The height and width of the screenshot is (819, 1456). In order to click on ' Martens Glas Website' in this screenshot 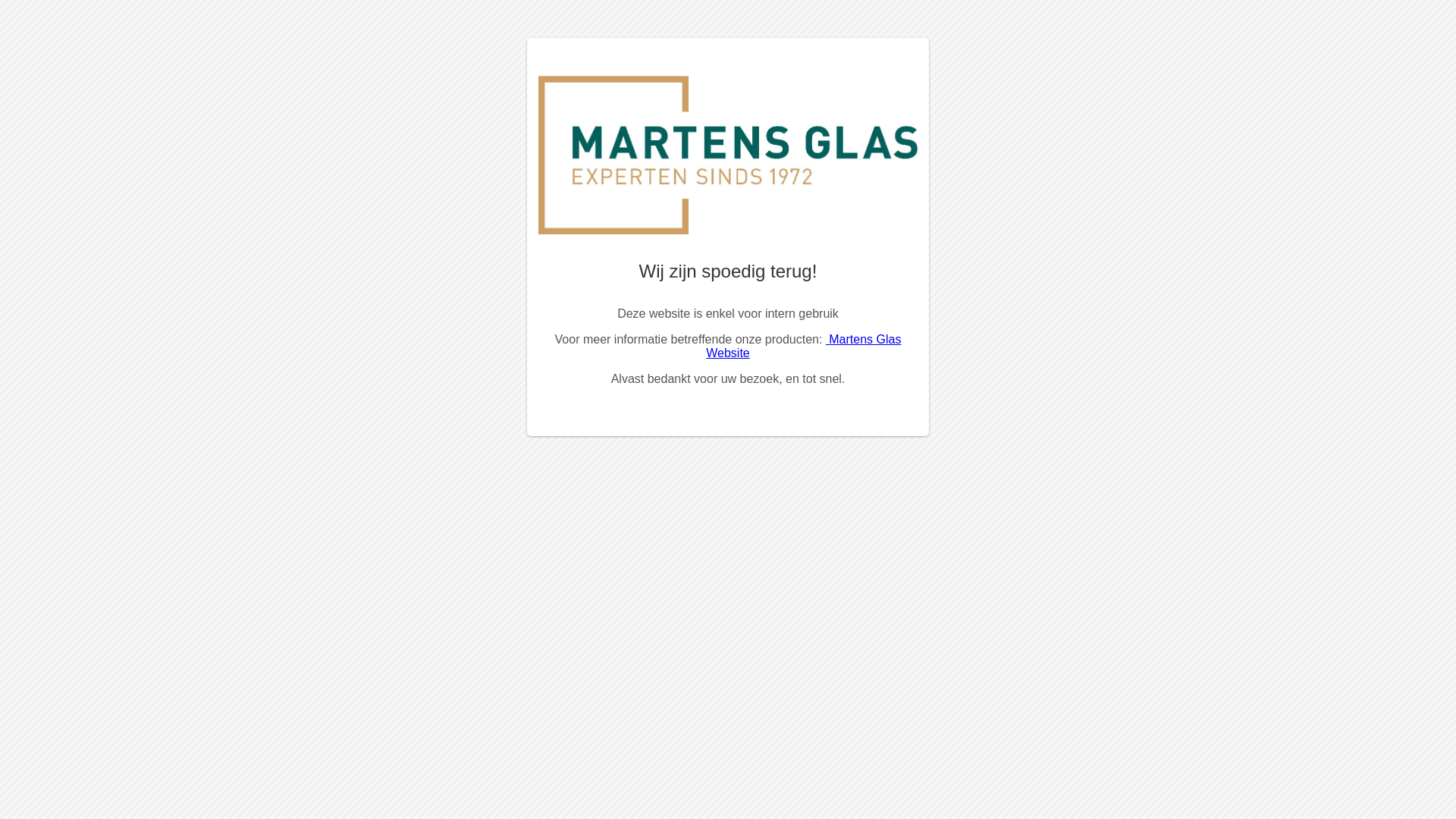, I will do `click(705, 346)`.